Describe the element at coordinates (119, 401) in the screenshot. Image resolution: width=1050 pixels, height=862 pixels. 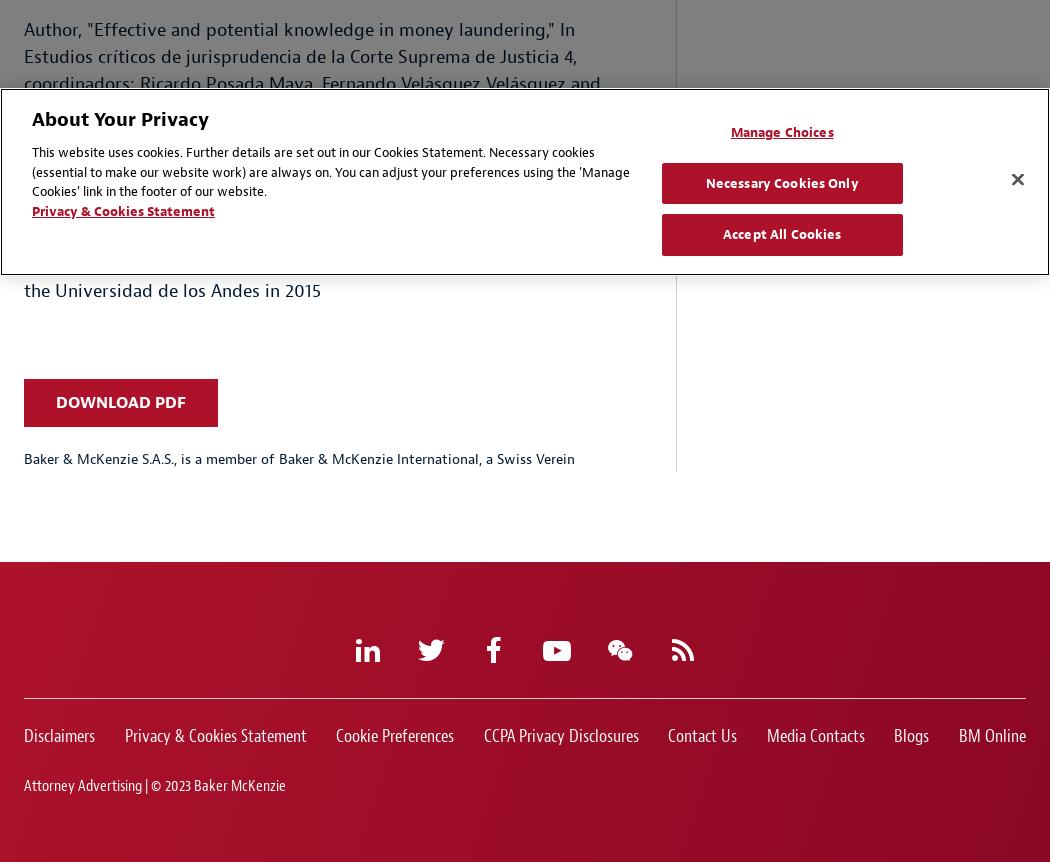
I see `'Download PDF'` at that location.